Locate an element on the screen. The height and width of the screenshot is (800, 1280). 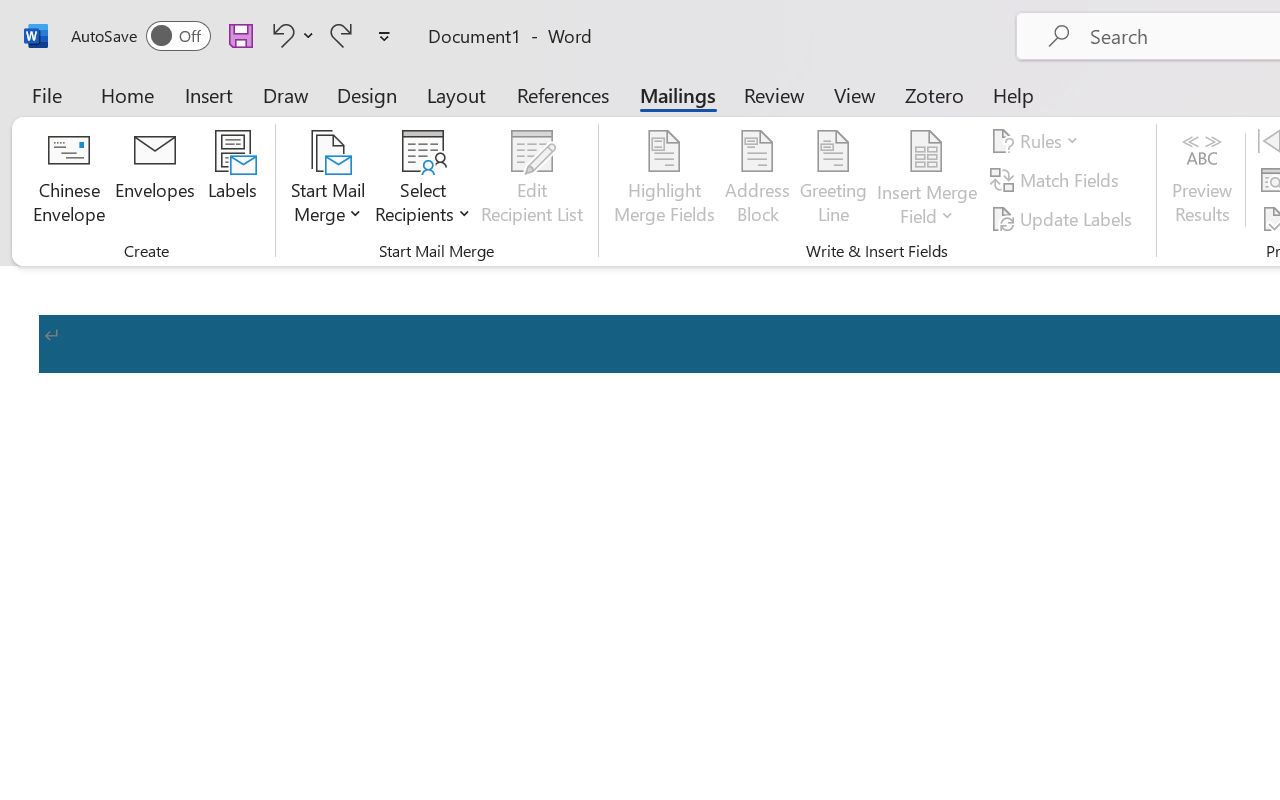
'Insert Merge Field' is located at coordinates (926, 151).